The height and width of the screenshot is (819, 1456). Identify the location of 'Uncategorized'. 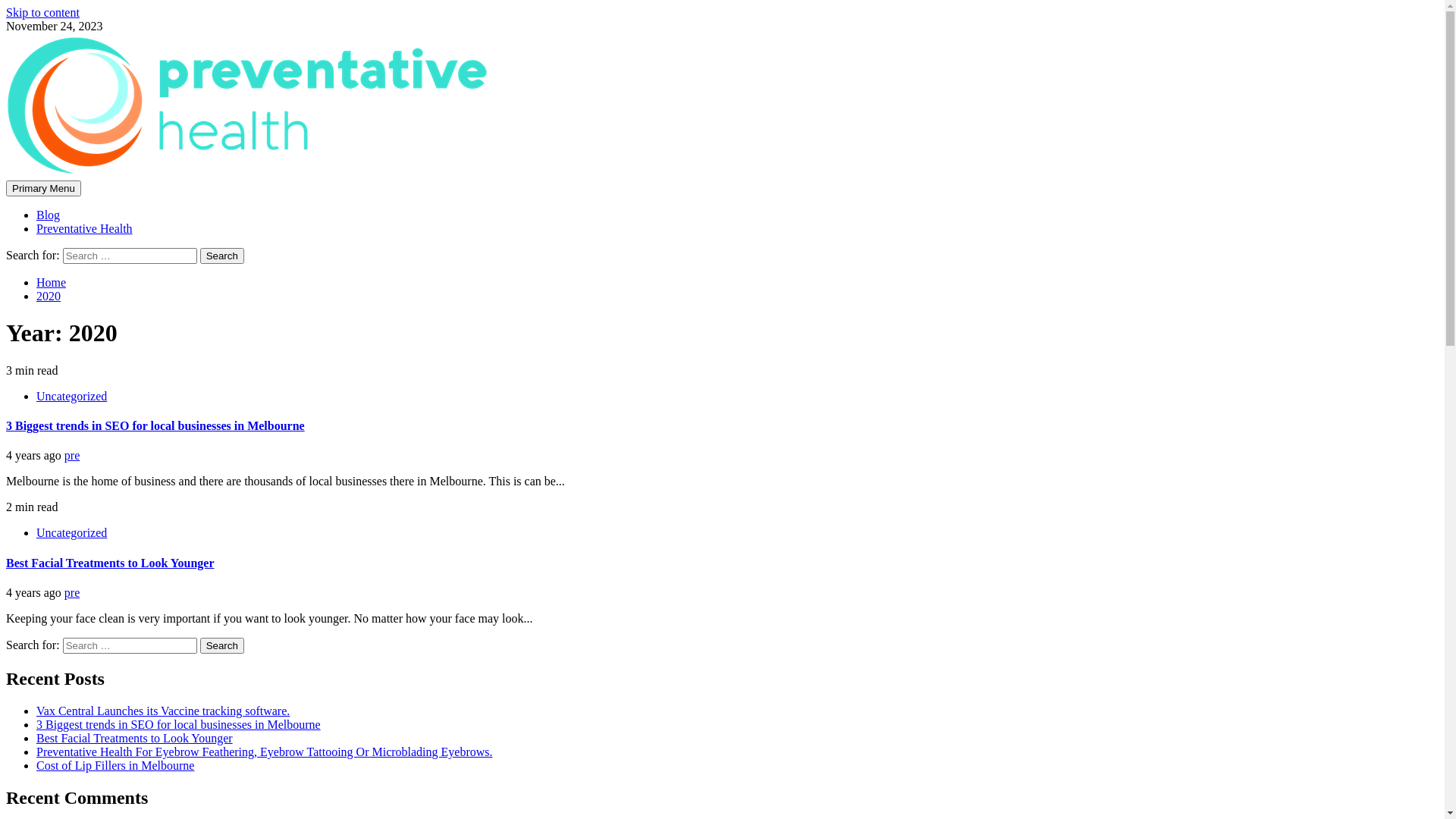
(71, 395).